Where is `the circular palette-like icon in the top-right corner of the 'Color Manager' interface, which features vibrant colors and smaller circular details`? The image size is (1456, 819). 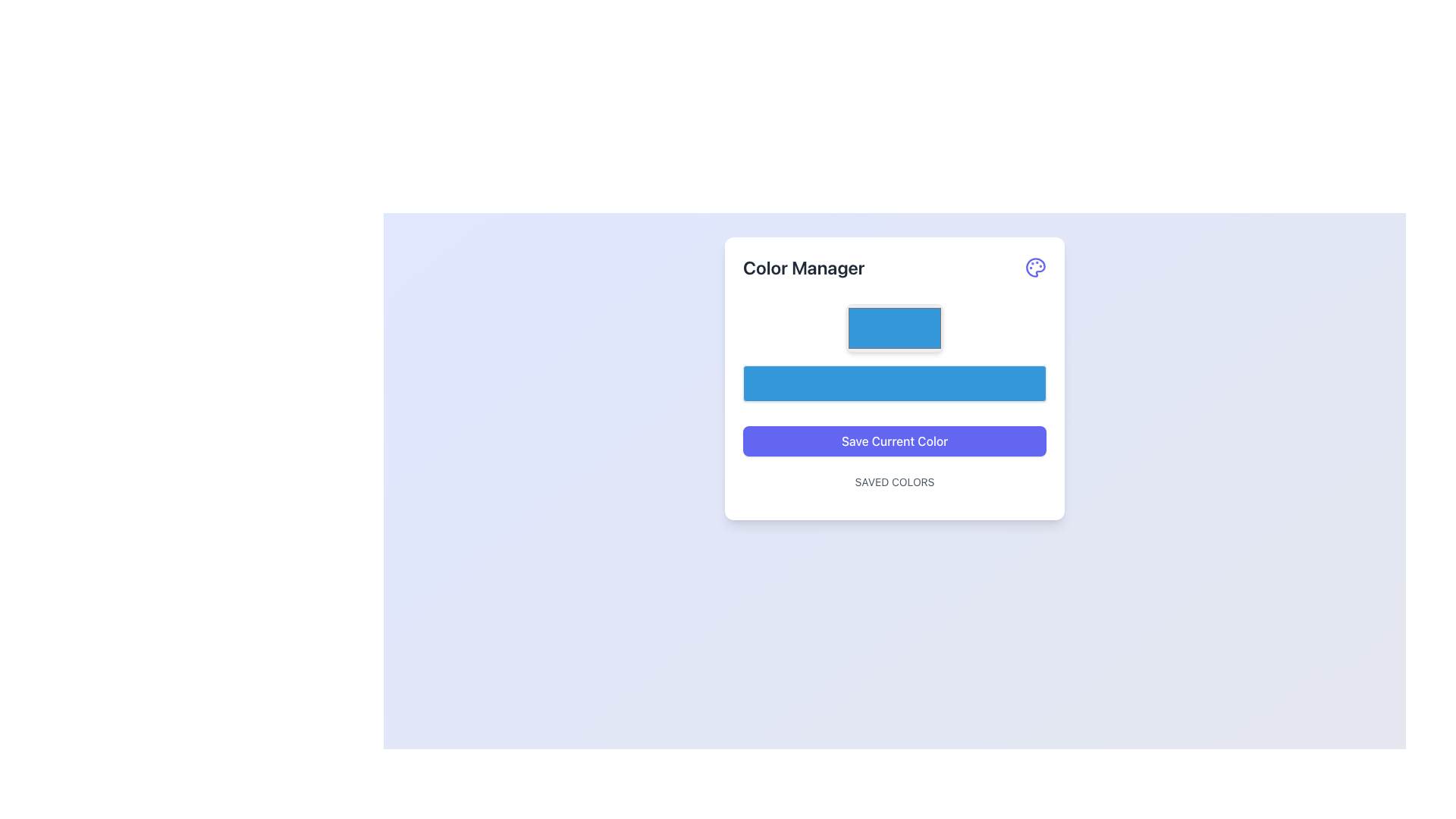
the circular palette-like icon in the top-right corner of the 'Color Manager' interface, which features vibrant colors and smaller circular details is located at coordinates (1035, 267).